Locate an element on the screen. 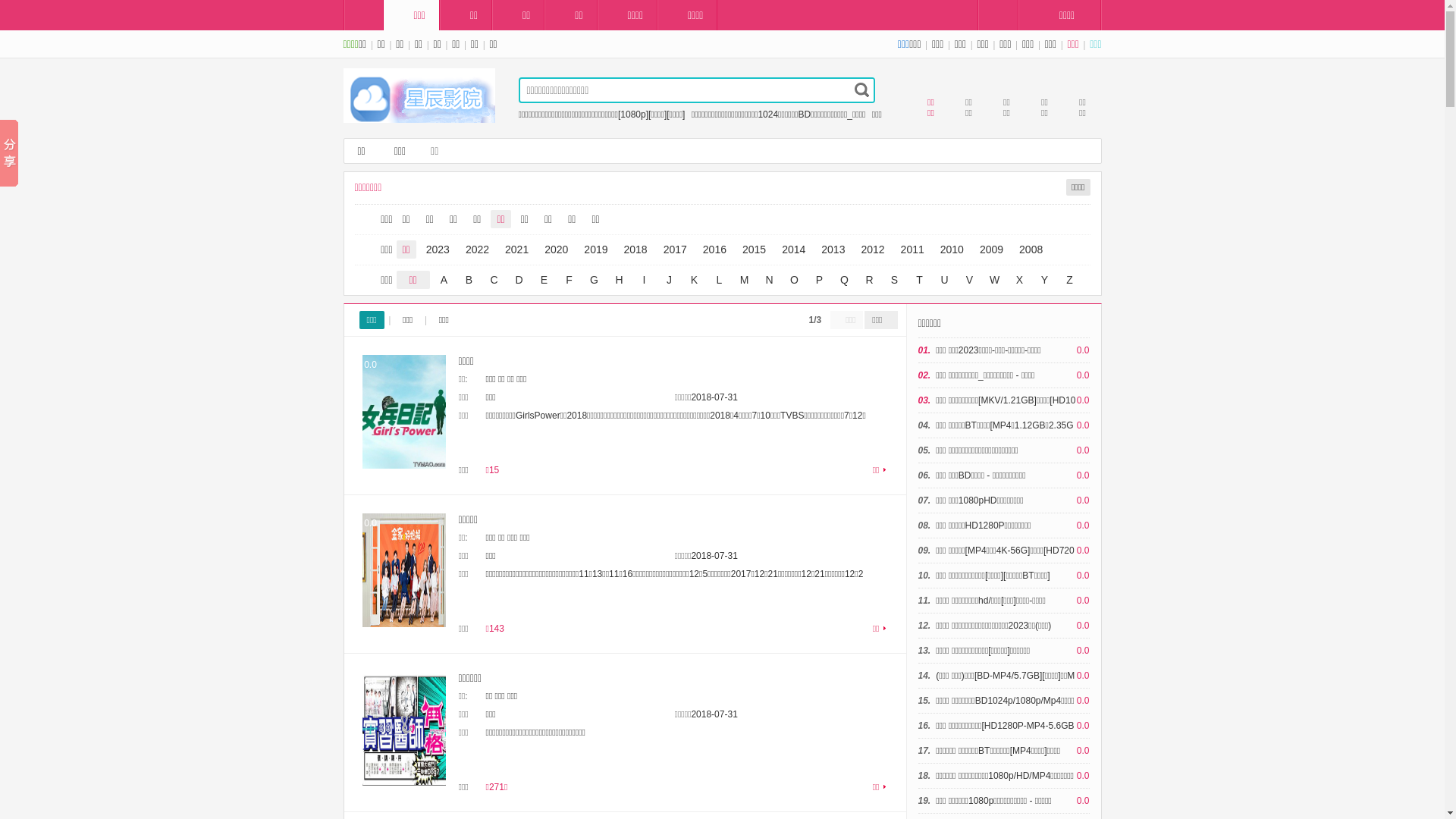  '2008' is located at coordinates (1012, 248).